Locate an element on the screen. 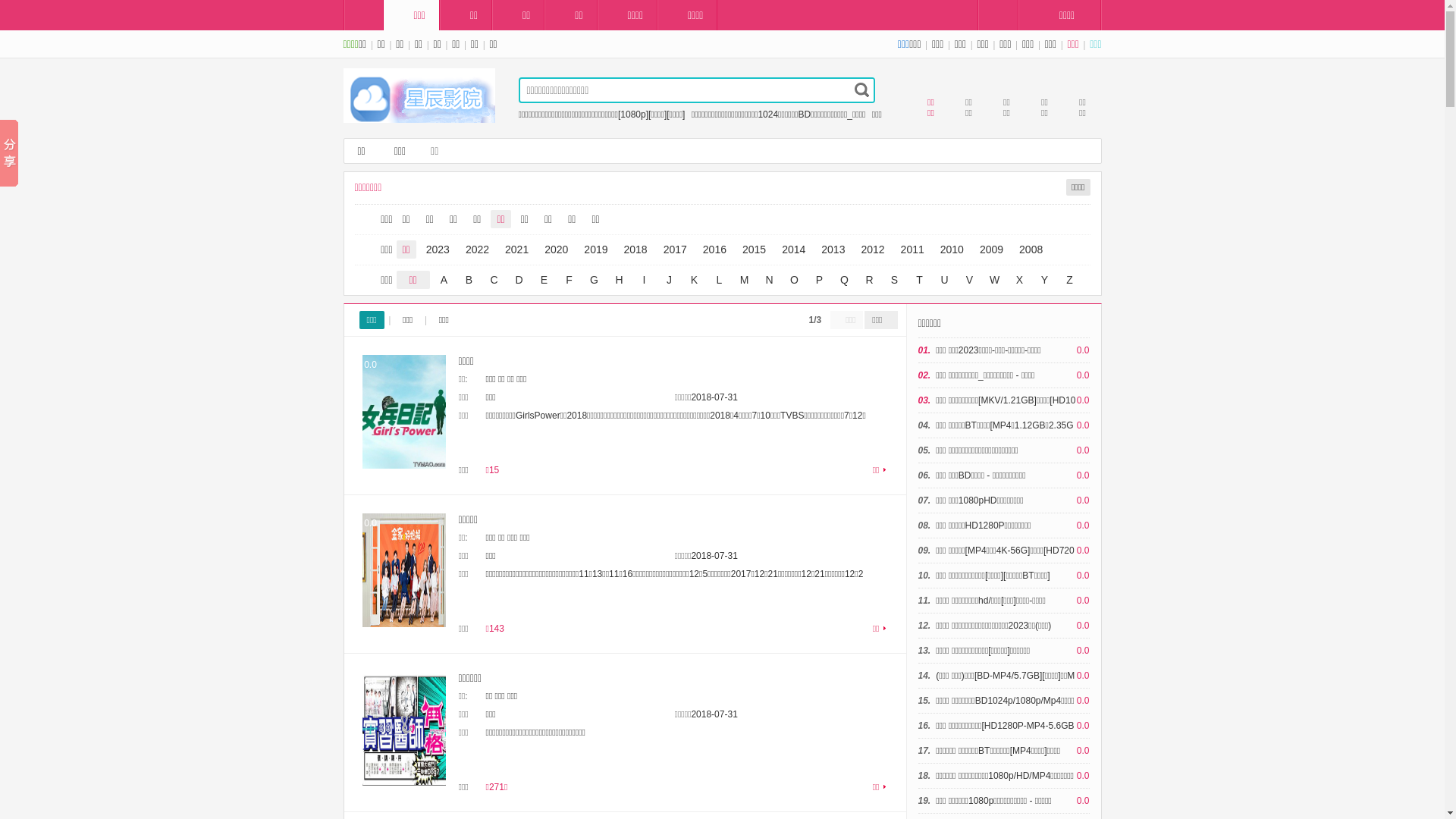  '2008' is located at coordinates (1012, 248).